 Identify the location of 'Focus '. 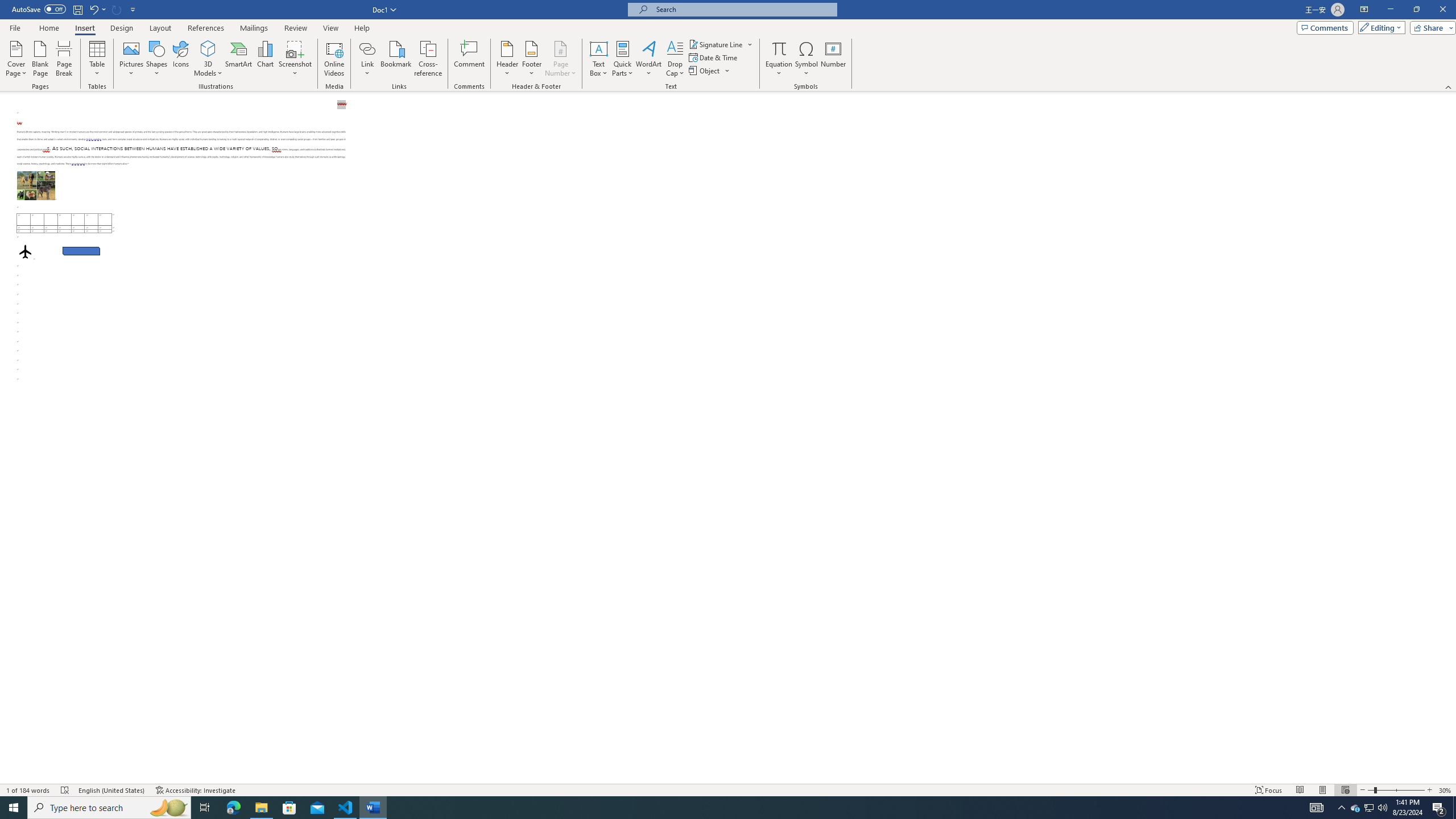
(1268, 790).